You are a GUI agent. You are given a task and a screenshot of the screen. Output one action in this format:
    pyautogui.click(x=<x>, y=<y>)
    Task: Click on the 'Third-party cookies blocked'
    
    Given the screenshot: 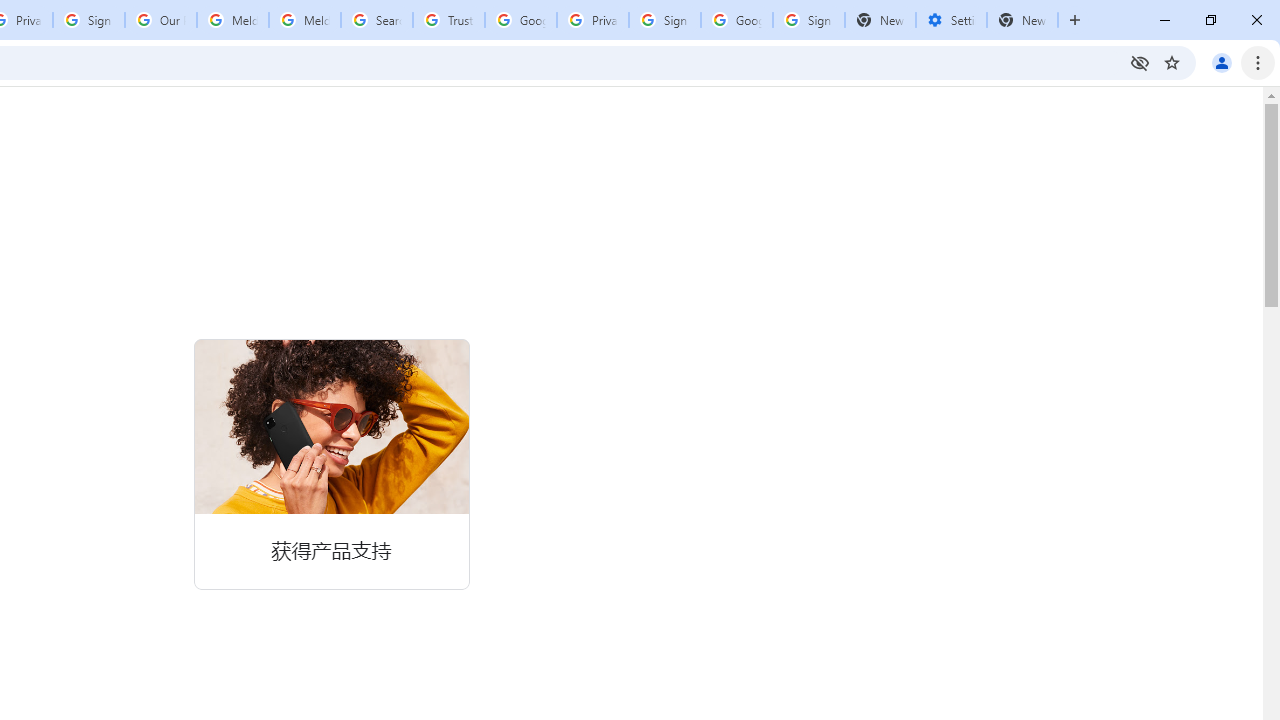 What is the action you would take?
    pyautogui.click(x=1139, y=61)
    